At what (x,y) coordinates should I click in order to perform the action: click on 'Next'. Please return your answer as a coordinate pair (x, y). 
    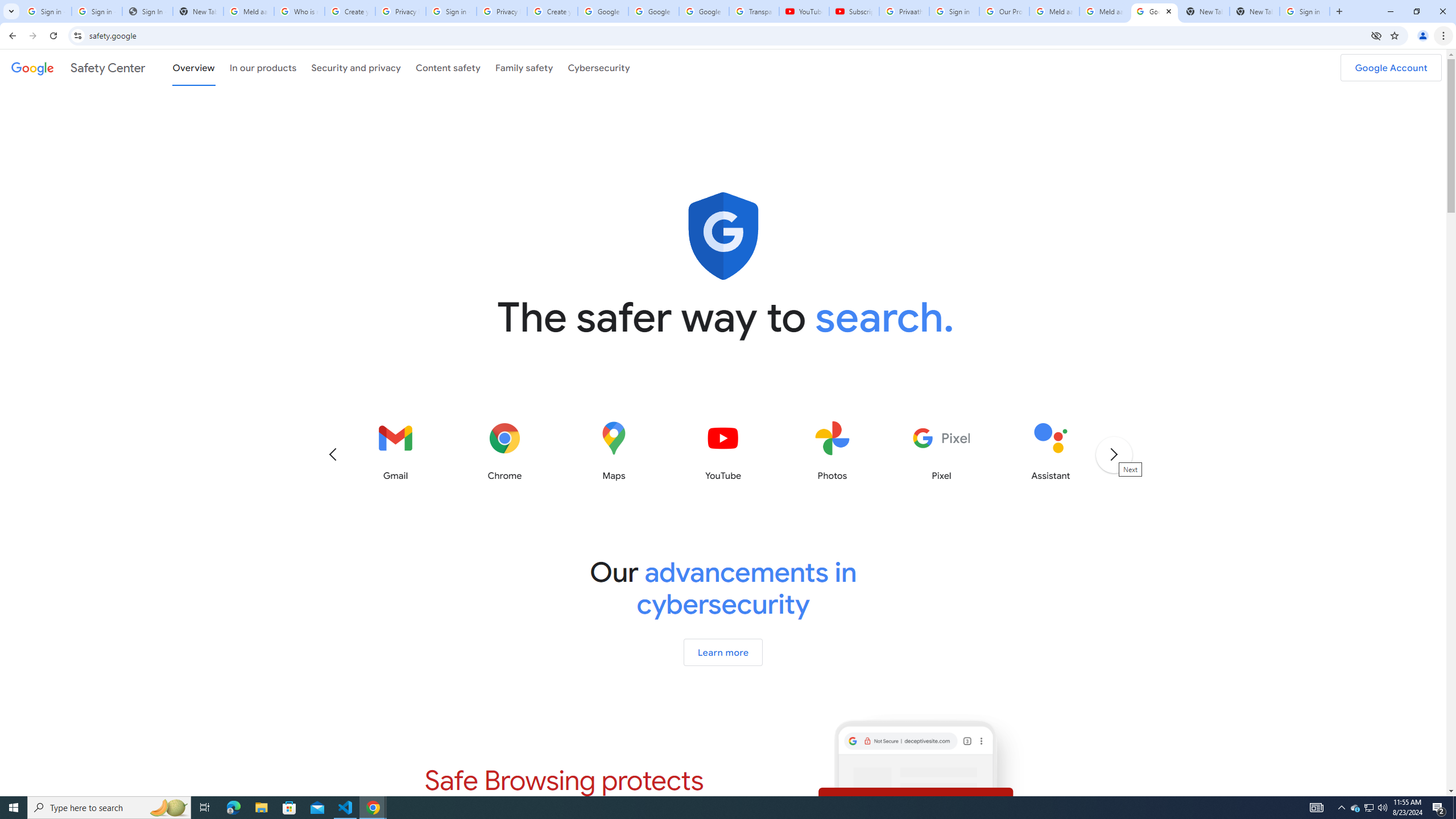
    Looking at the image, I should click on (1112, 453).